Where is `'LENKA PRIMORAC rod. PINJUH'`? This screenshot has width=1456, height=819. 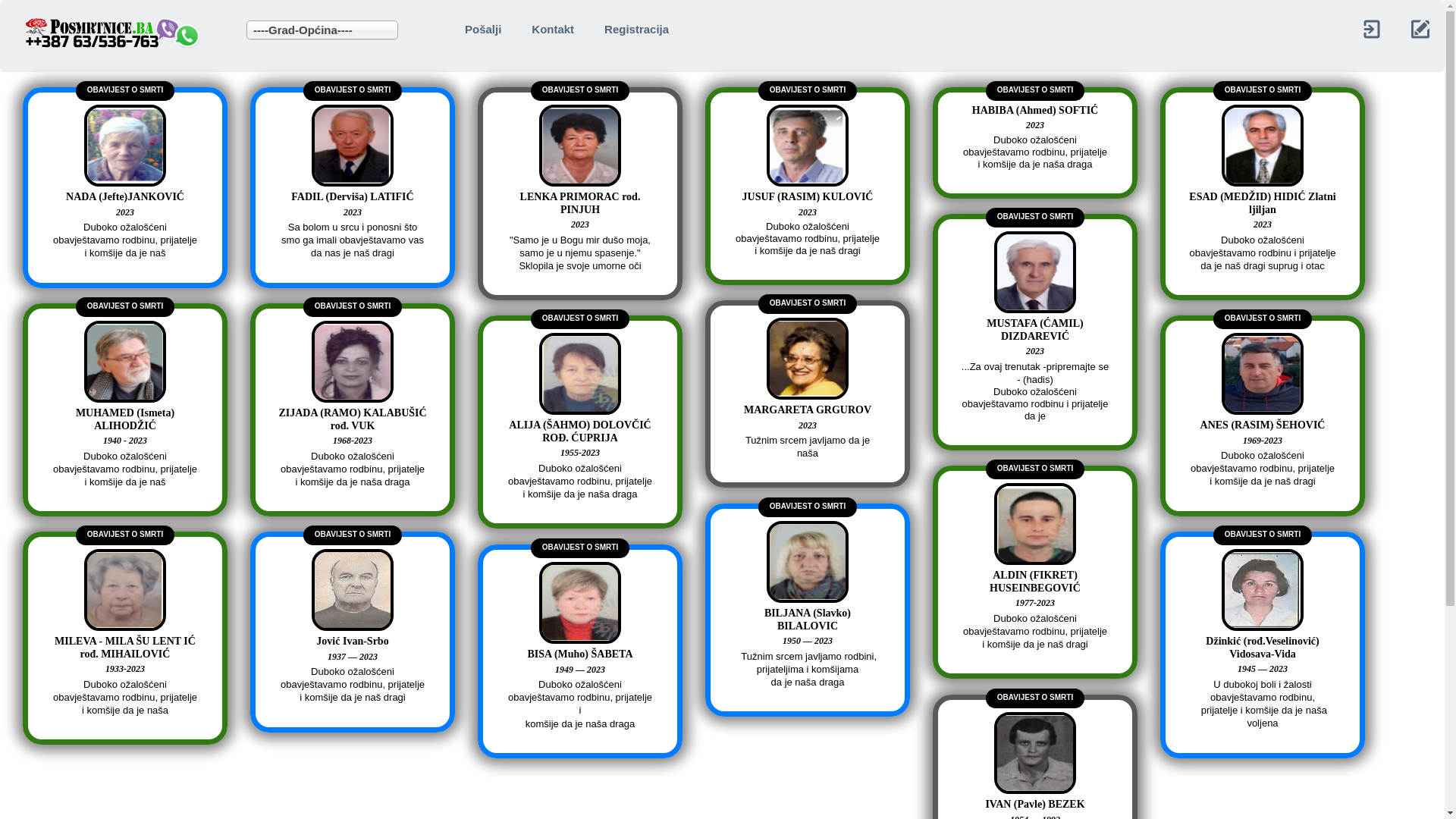
'LENKA PRIMORAC rod. PINJUH' is located at coordinates (506, 211).